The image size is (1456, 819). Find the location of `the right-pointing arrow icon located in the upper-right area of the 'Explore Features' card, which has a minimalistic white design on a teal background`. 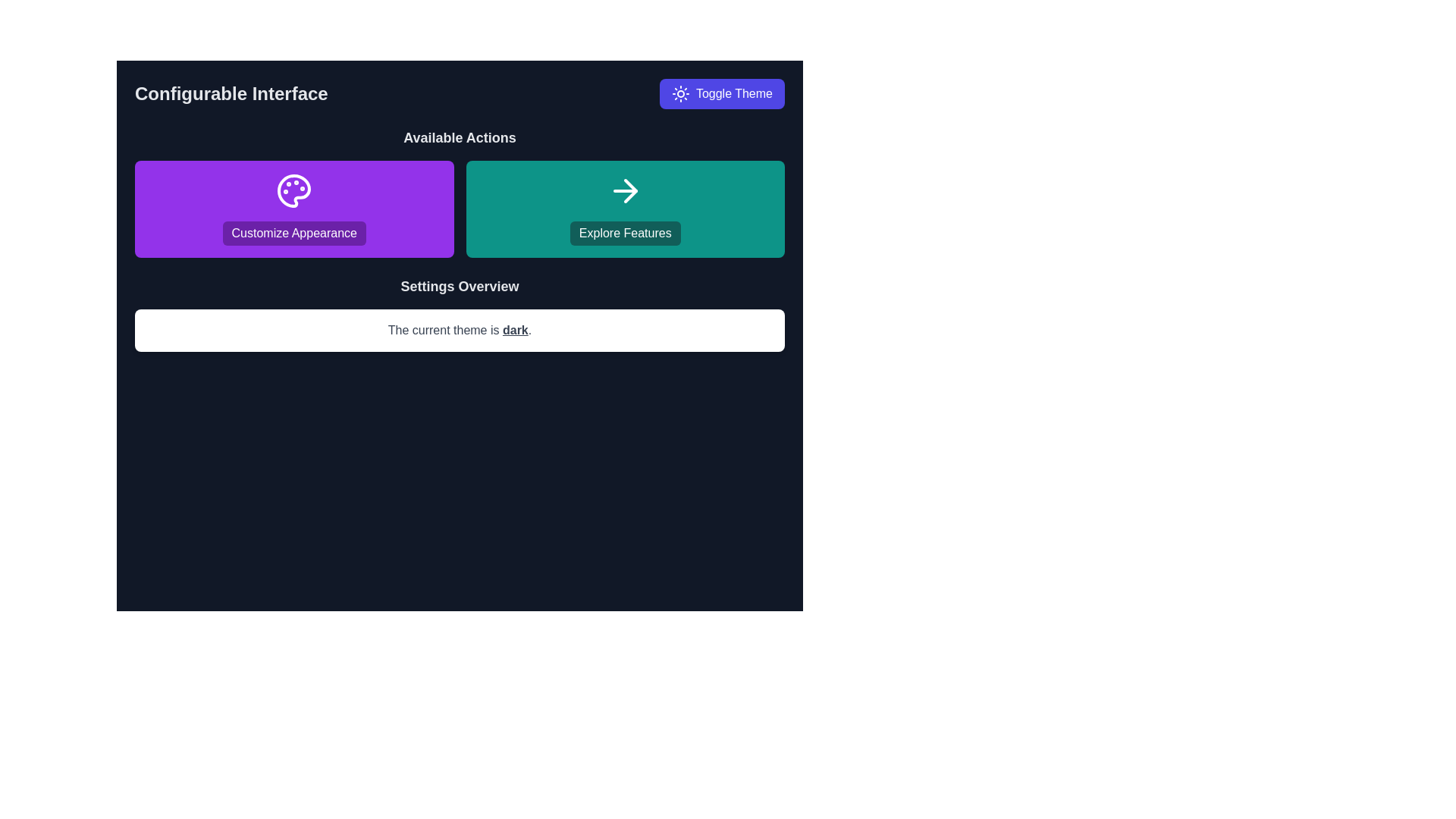

the right-pointing arrow icon located in the upper-right area of the 'Explore Features' card, which has a minimalistic white design on a teal background is located at coordinates (625, 190).